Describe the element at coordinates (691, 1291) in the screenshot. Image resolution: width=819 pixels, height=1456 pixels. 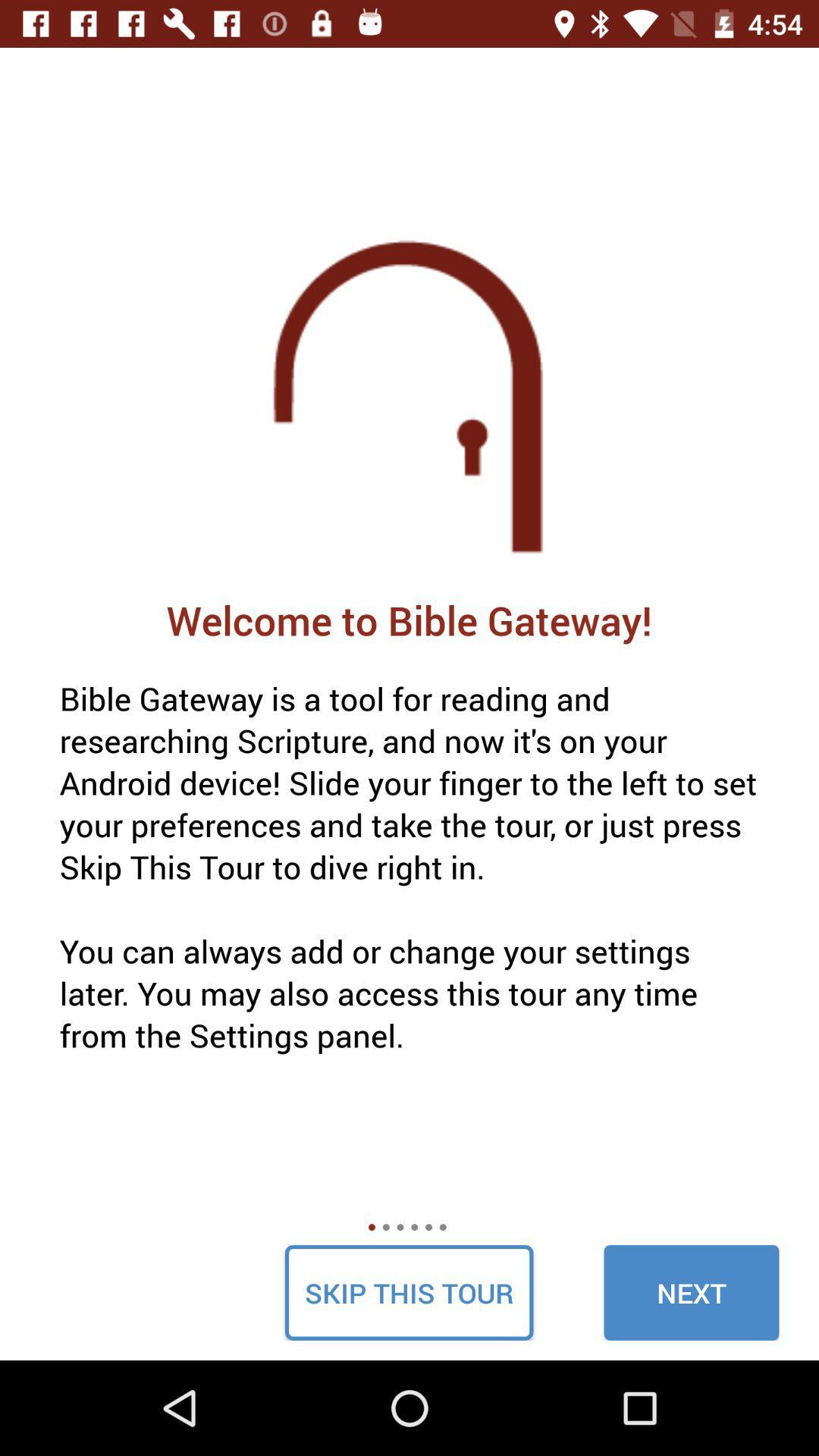
I see `next icon` at that location.